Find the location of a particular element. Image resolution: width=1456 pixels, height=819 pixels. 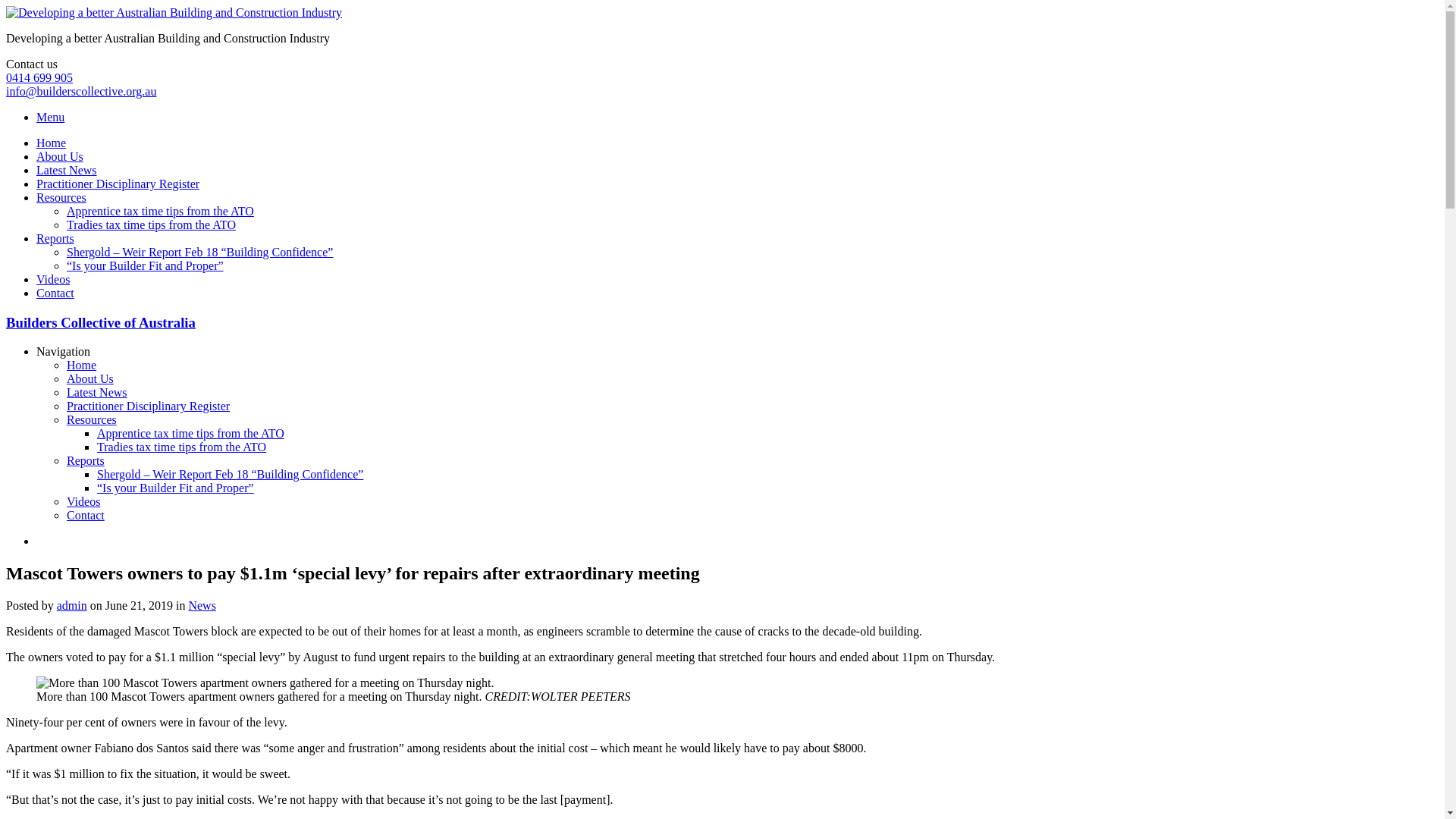

'Apprentice tax time tips from the ATO' is located at coordinates (160, 211).